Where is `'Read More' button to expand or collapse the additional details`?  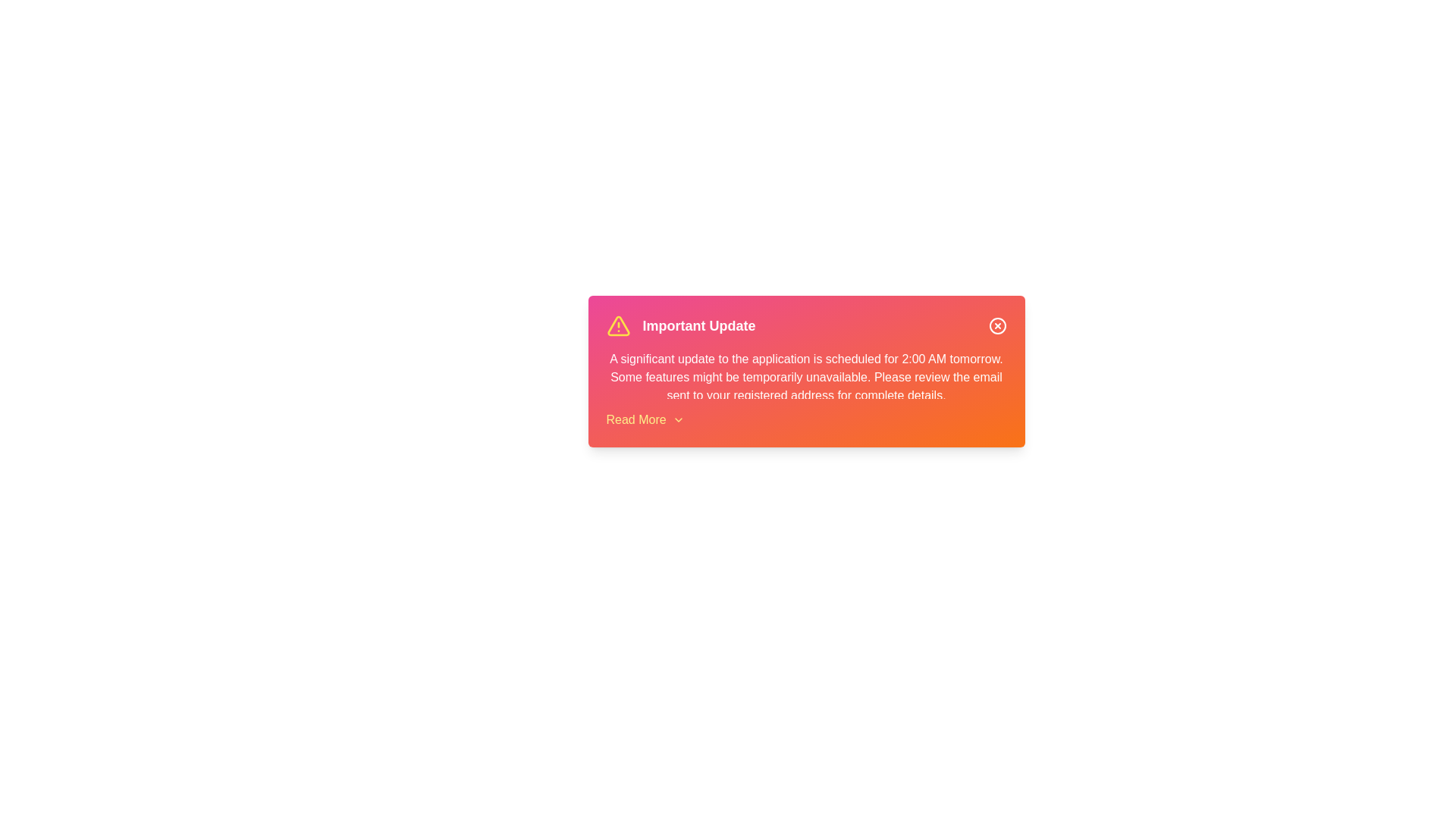 'Read More' button to expand or collapse the additional details is located at coordinates (645, 420).